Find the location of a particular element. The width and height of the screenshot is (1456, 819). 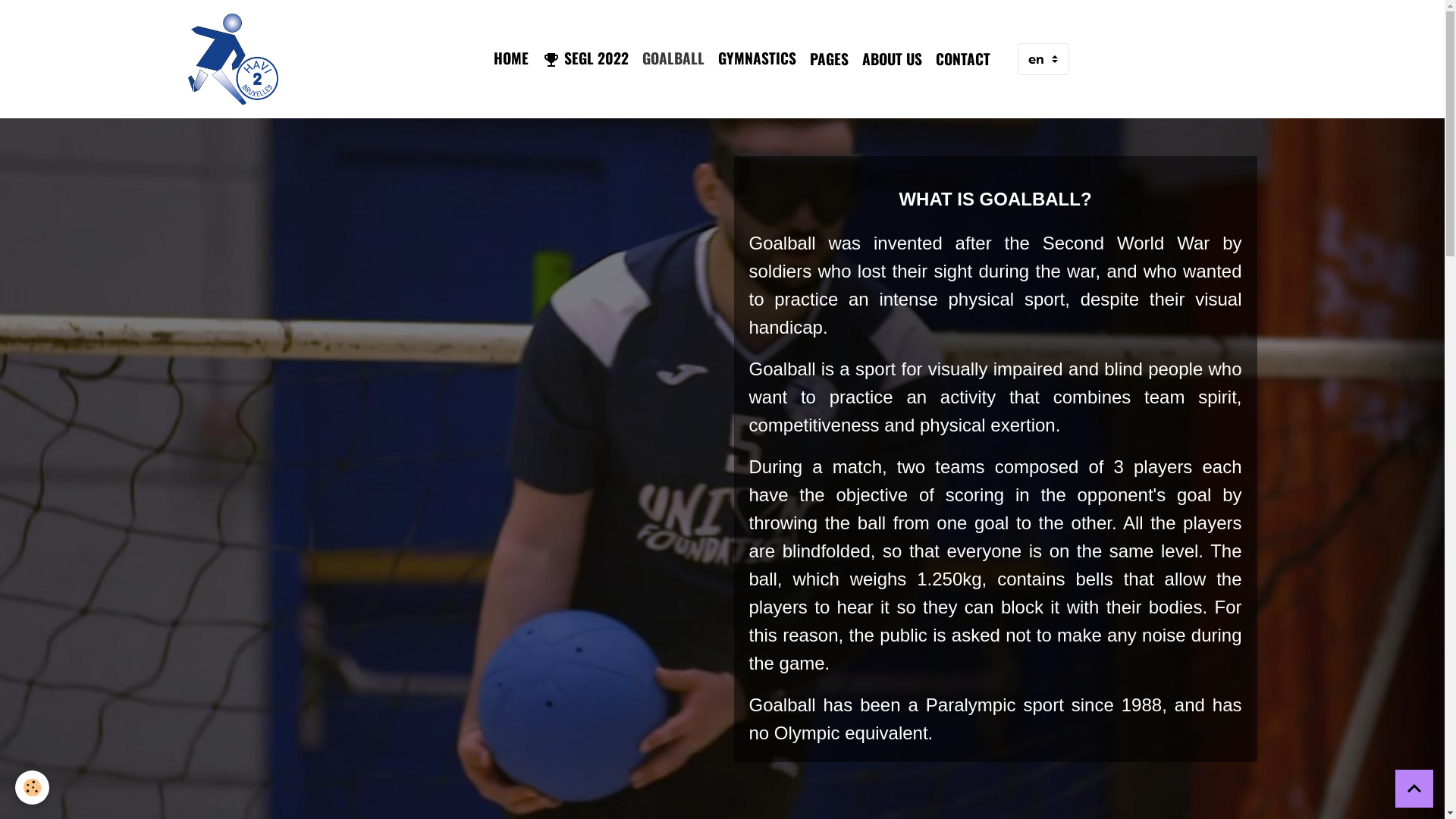

'GYMNASTICS' is located at coordinates (757, 57).